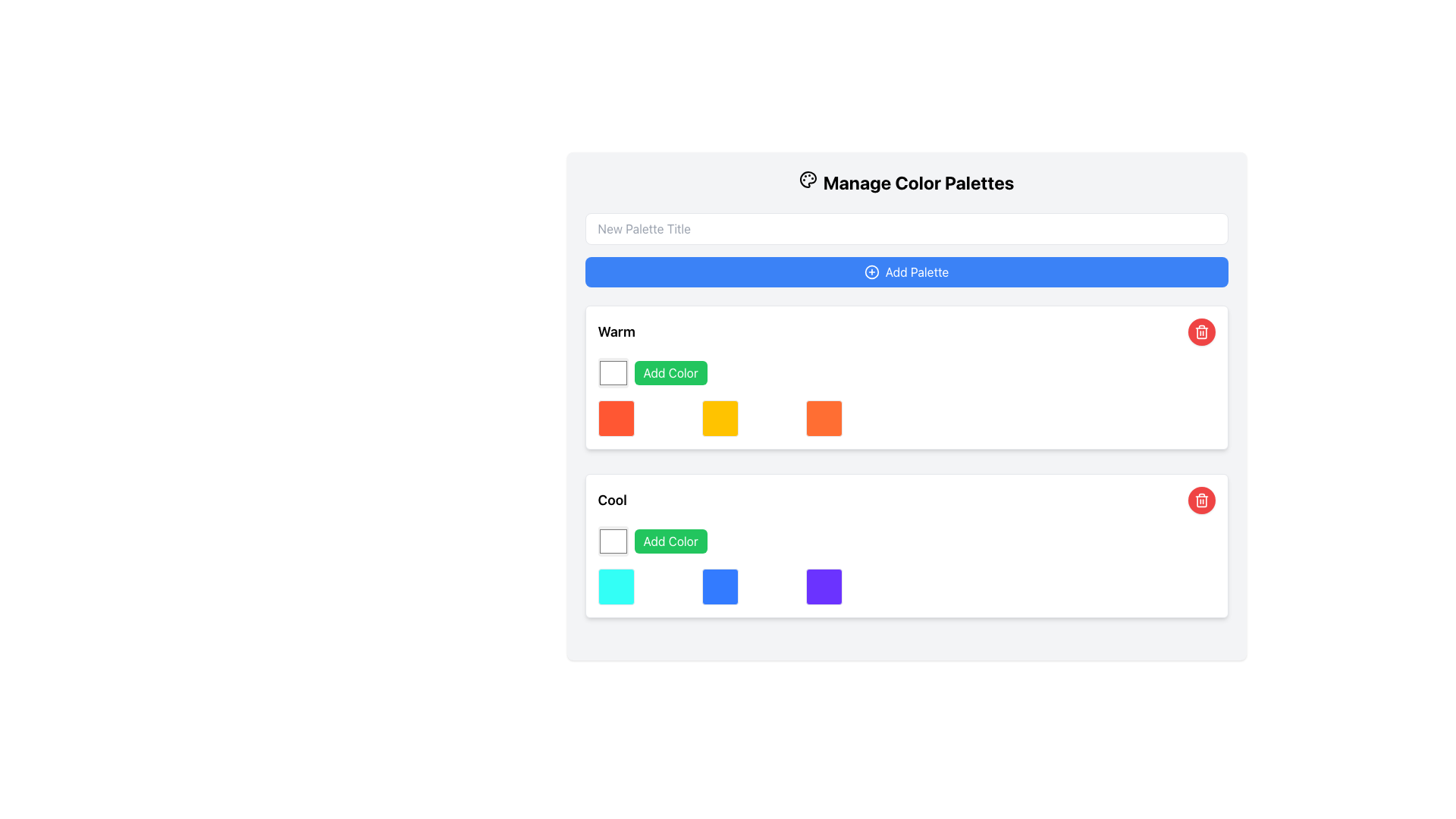 Image resolution: width=1456 pixels, height=819 pixels. I want to click on the trash can icon located inside the red circular button to the far right of the 'Warm' section, which is the second of two similar buttons presented vertically, so click(1200, 332).